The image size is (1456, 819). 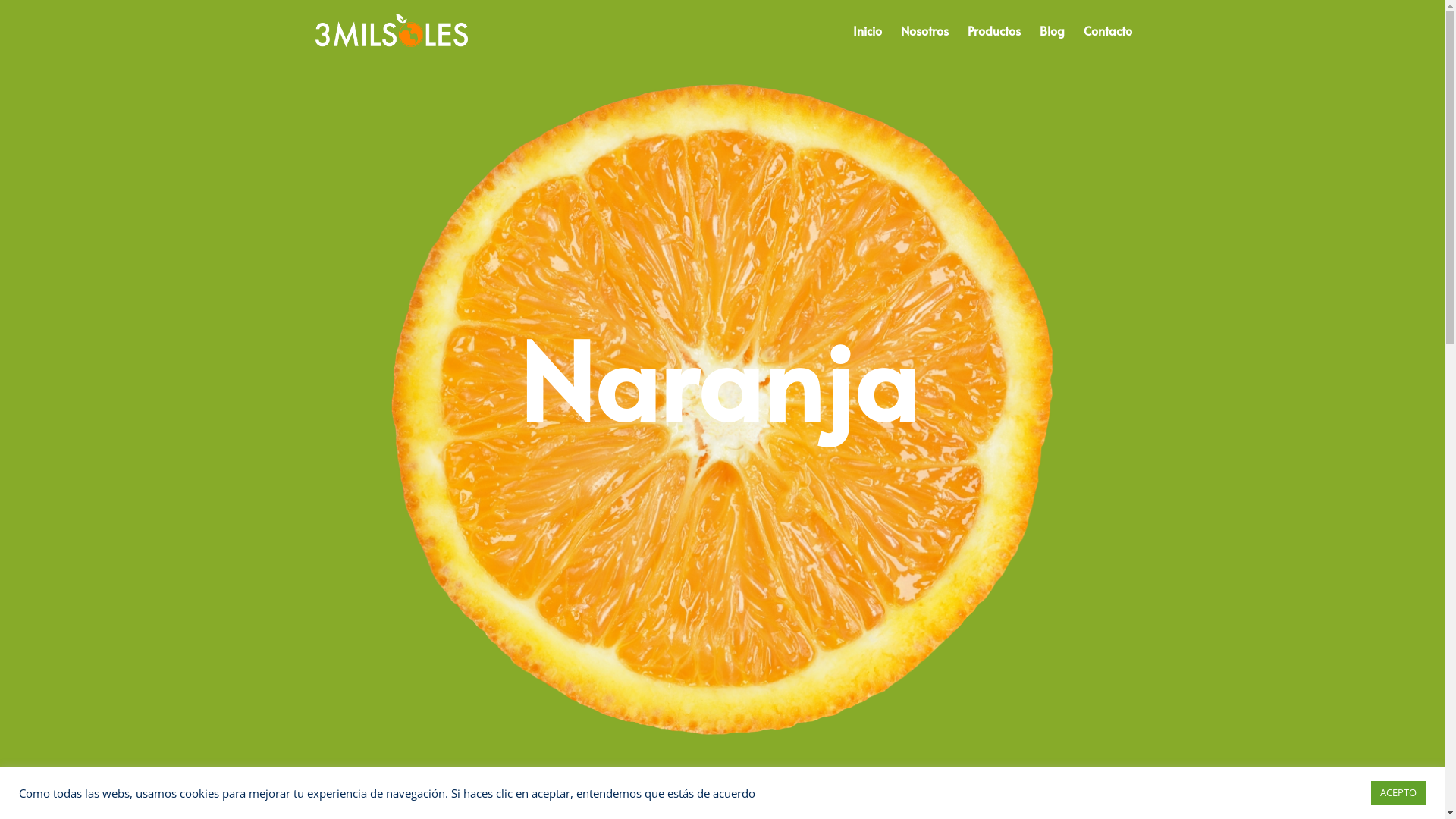 What do you see at coordinates (924, 42) in the screenshot?
I see `'Nosotros'` at bounding box center [924, 42].